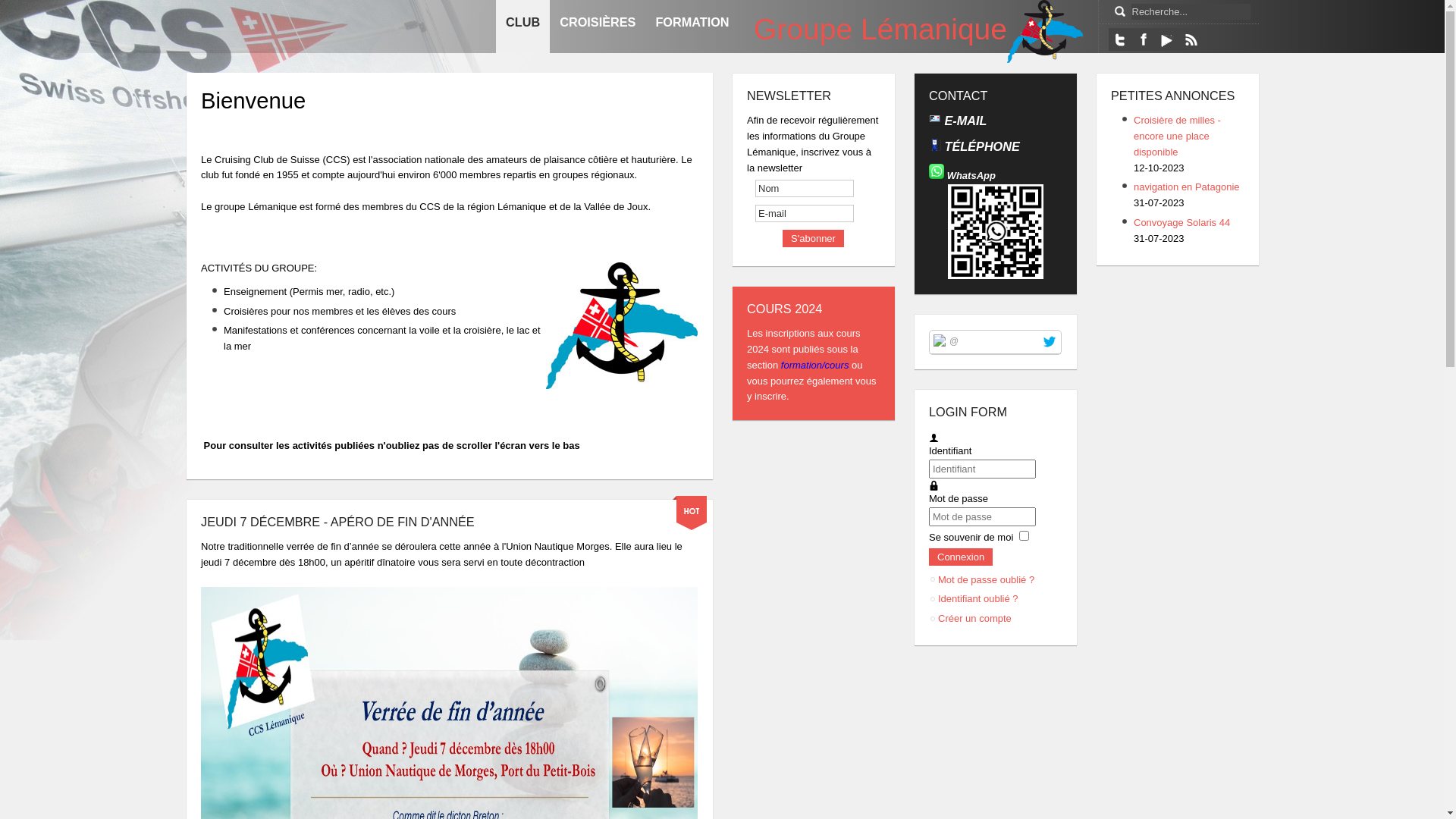 The height and width of the screenshot is (819, 1456). I want to click on 'Facebook', so click(1131, 38).